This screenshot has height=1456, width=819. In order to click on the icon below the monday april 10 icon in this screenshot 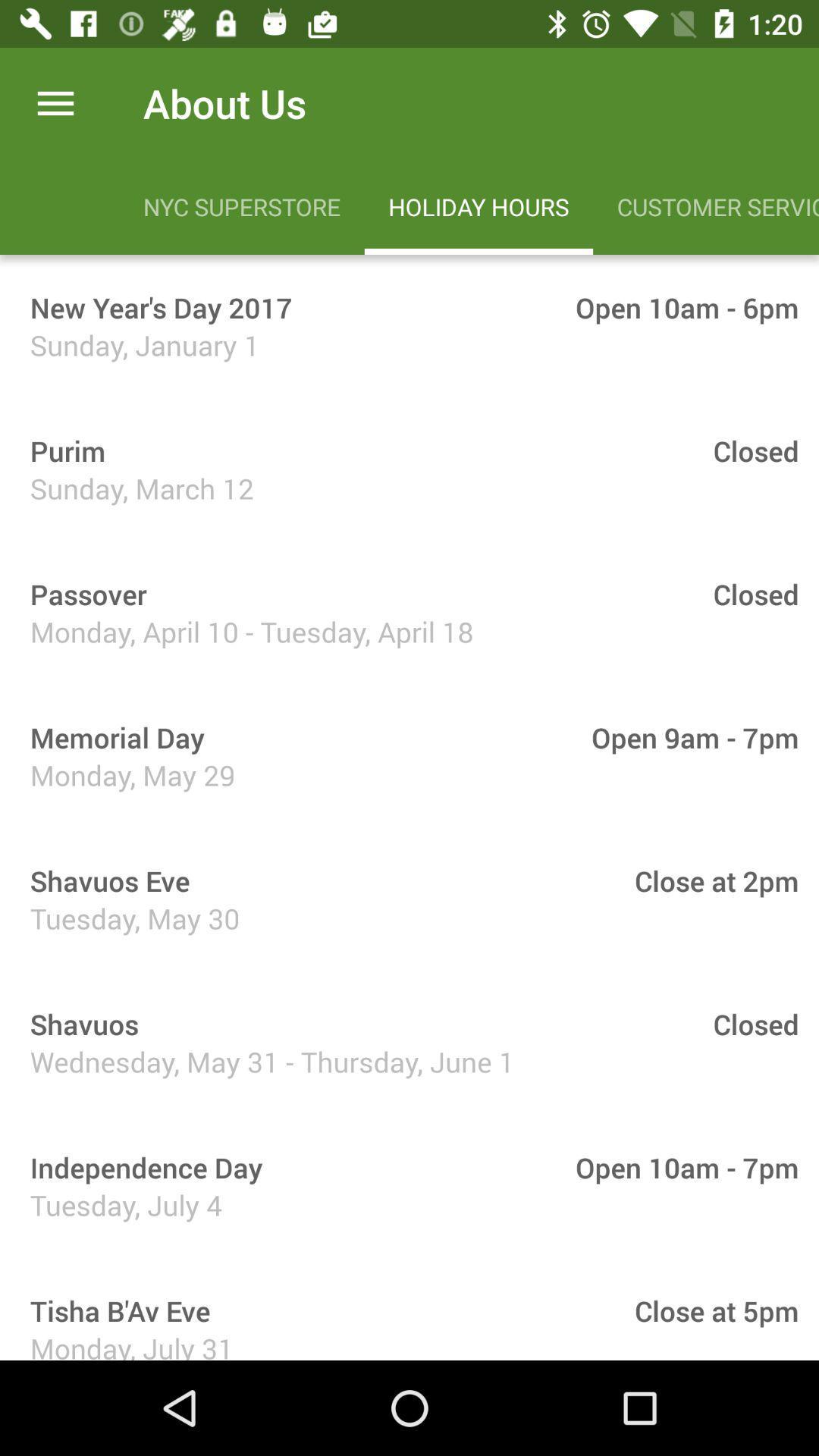, I will do `click(111, 737)`.